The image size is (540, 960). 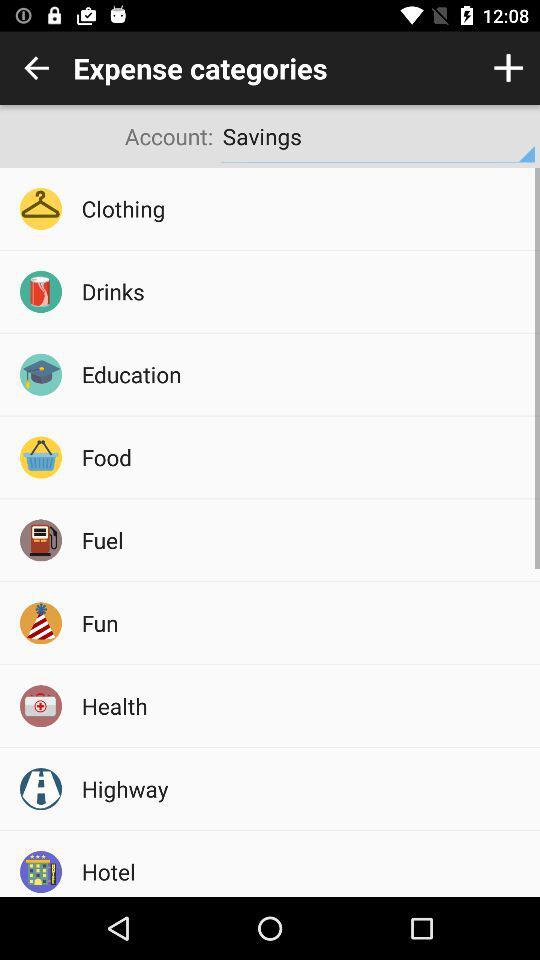 What do you see at coordinates (508, 68) in the screenshot?
I see `icon right to the header text` at bounding box center [508, 68].